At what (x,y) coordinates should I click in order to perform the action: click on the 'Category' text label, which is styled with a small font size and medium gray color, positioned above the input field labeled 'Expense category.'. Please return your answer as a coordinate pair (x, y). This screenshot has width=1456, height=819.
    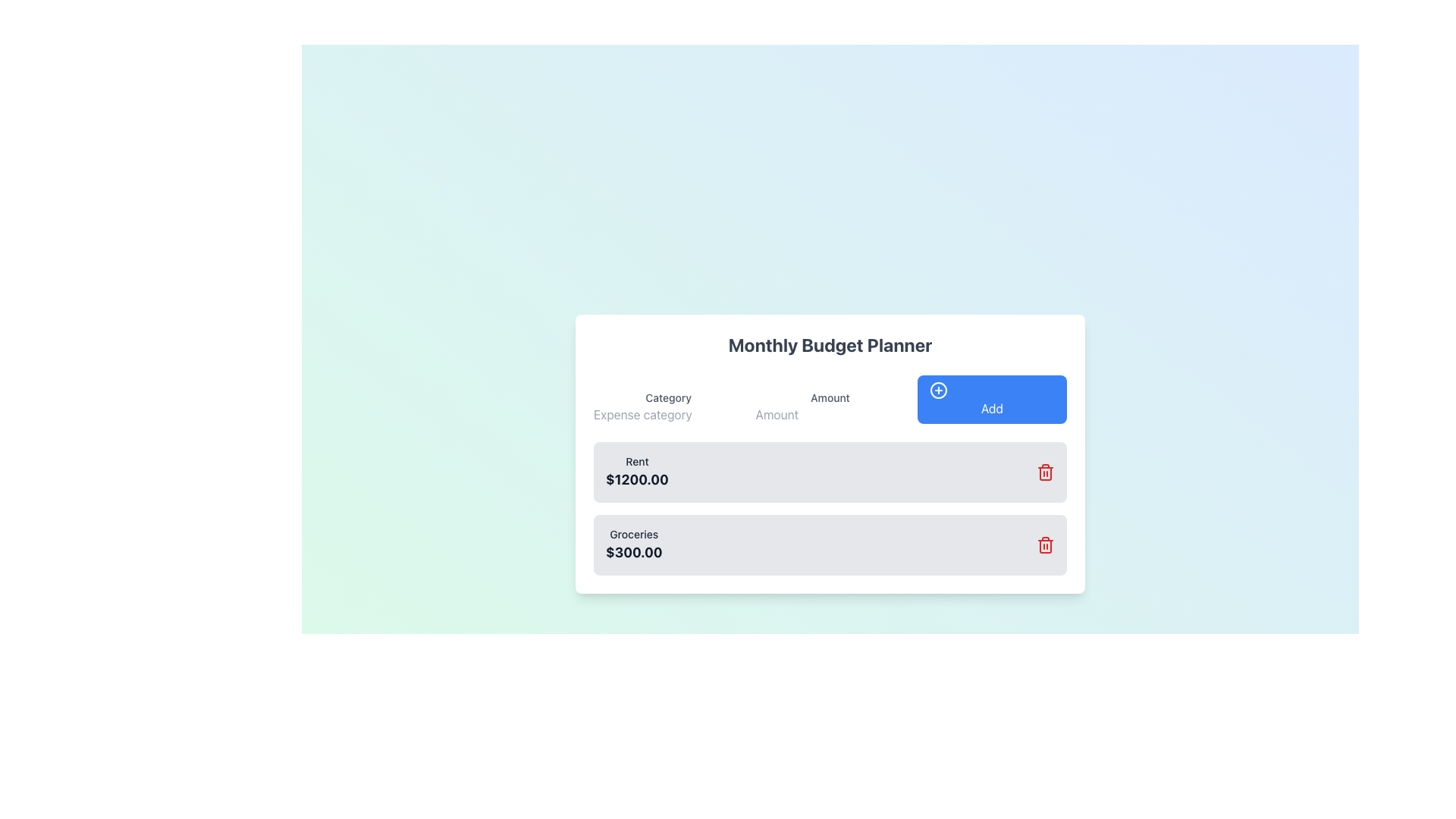
    Looking at the image, I should click on (667, 397).